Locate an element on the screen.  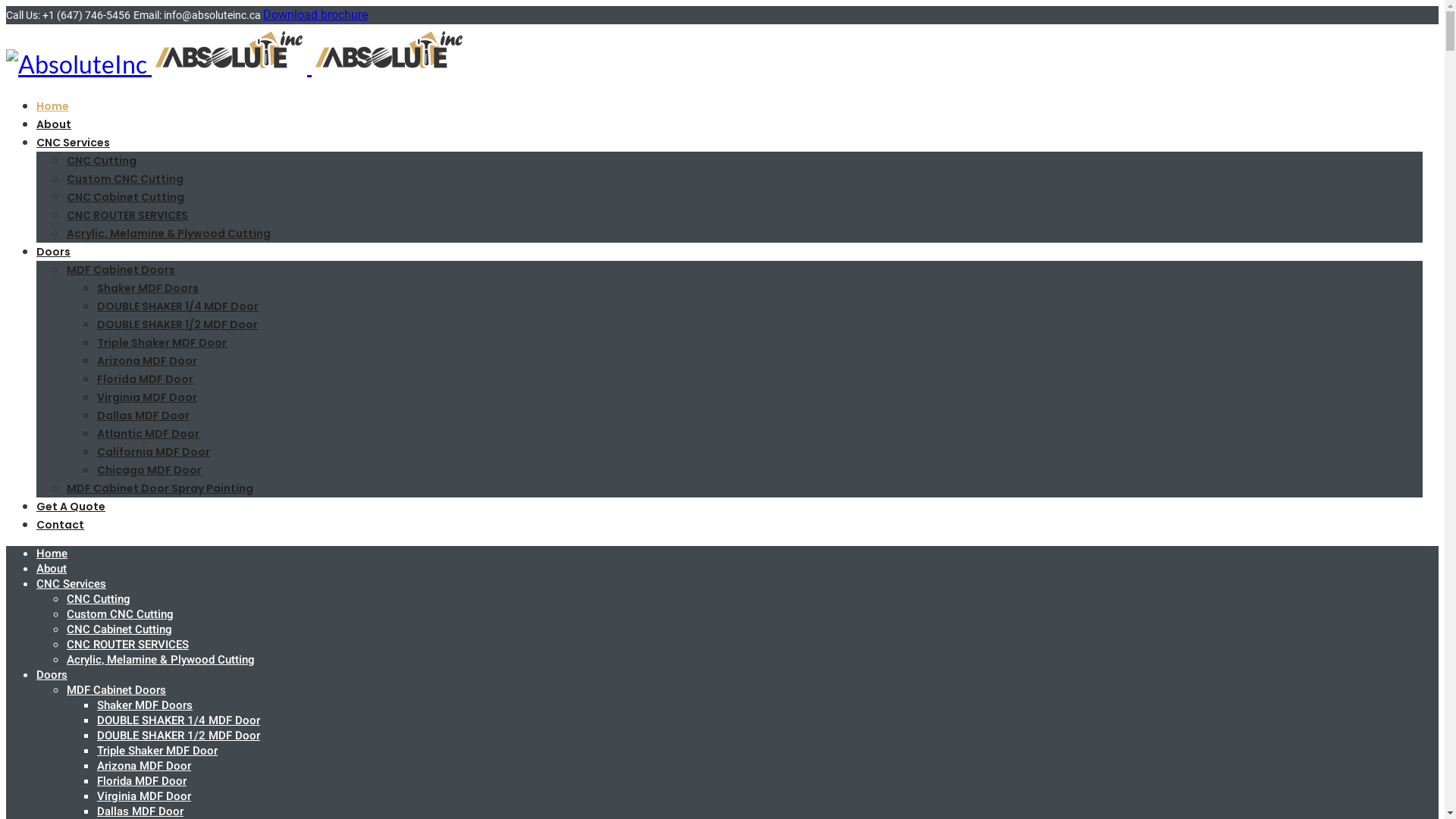
'Atlantic MDF Door' is located at coordinates (148, 433).